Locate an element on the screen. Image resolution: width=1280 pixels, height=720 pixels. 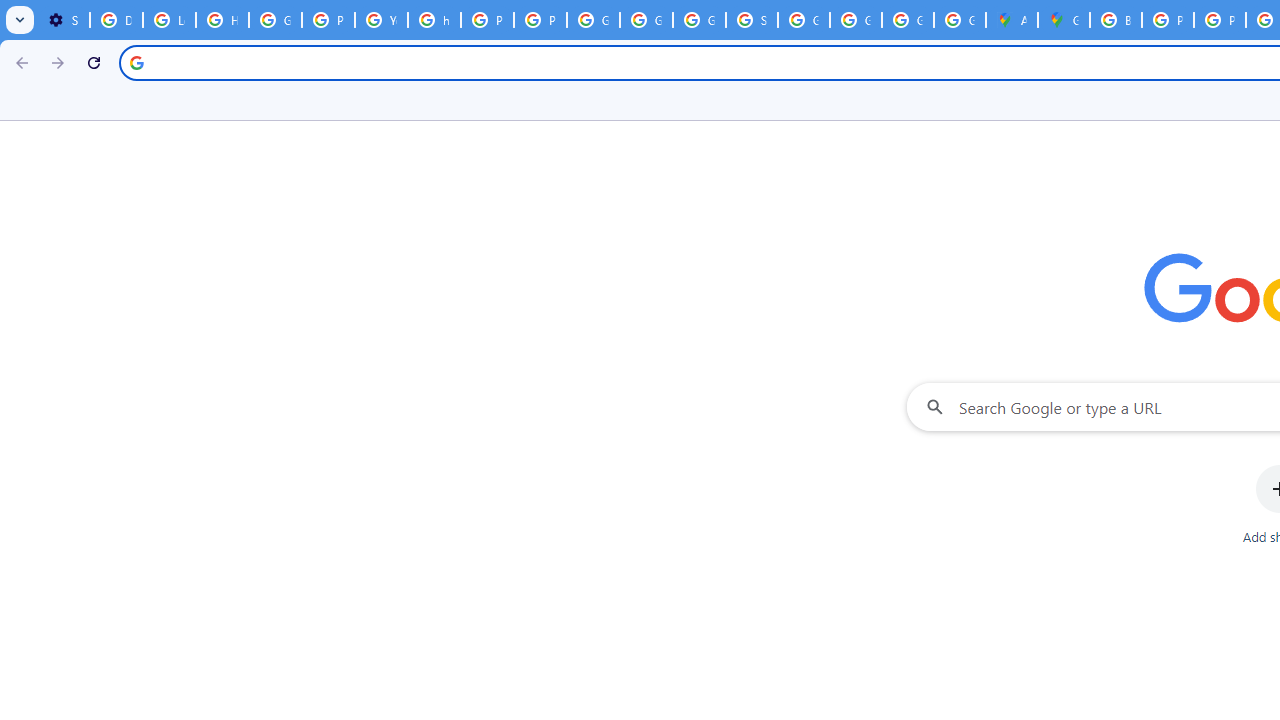
'Blogger Policies and Guidelines - Transparency Center' is located at coordinates (1115, 20).